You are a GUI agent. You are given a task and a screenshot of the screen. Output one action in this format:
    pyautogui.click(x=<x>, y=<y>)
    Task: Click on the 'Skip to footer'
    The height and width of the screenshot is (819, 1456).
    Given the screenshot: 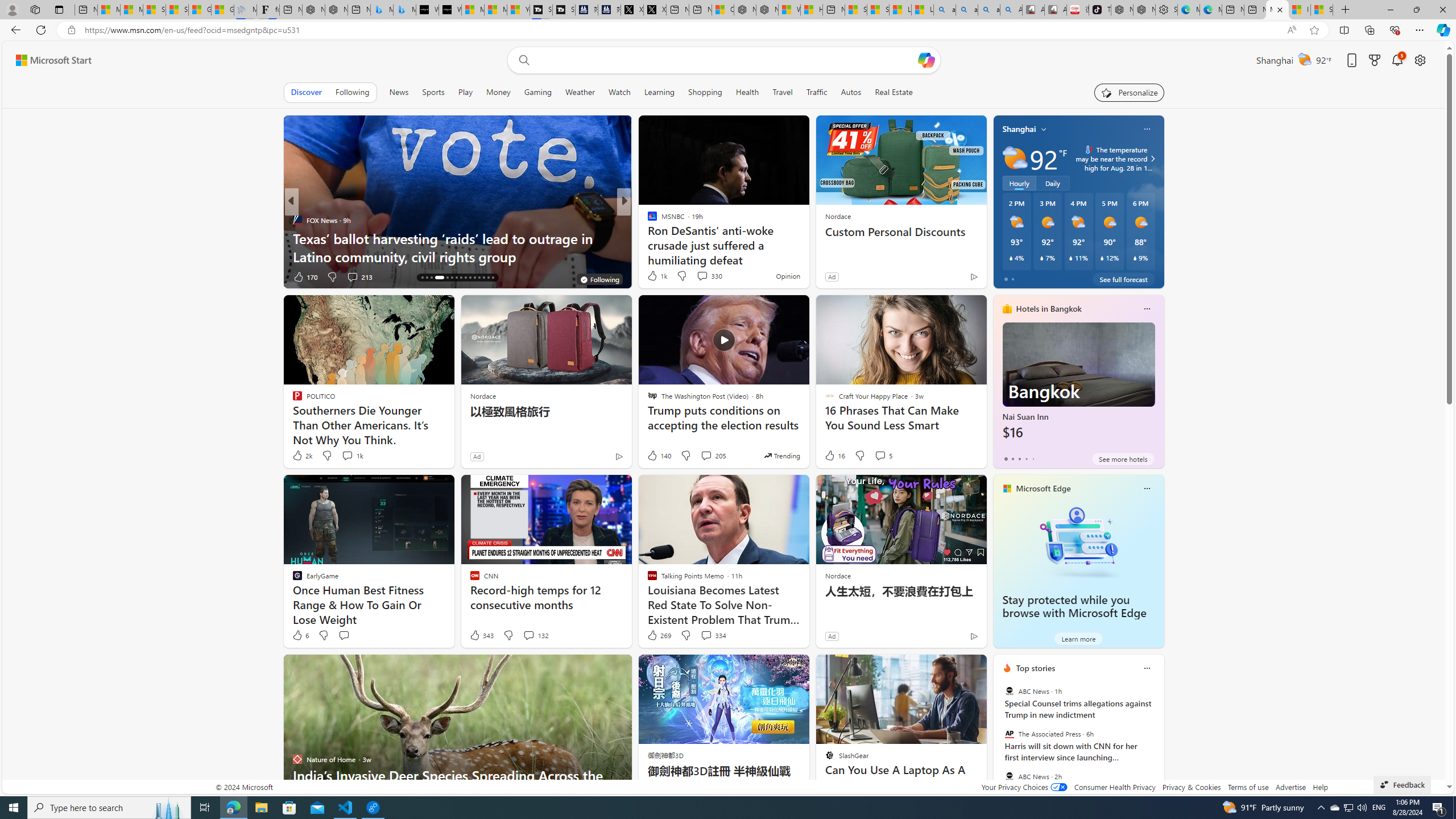 What is the action you would take?
    pyautogui.click(x=46, y=59)
    